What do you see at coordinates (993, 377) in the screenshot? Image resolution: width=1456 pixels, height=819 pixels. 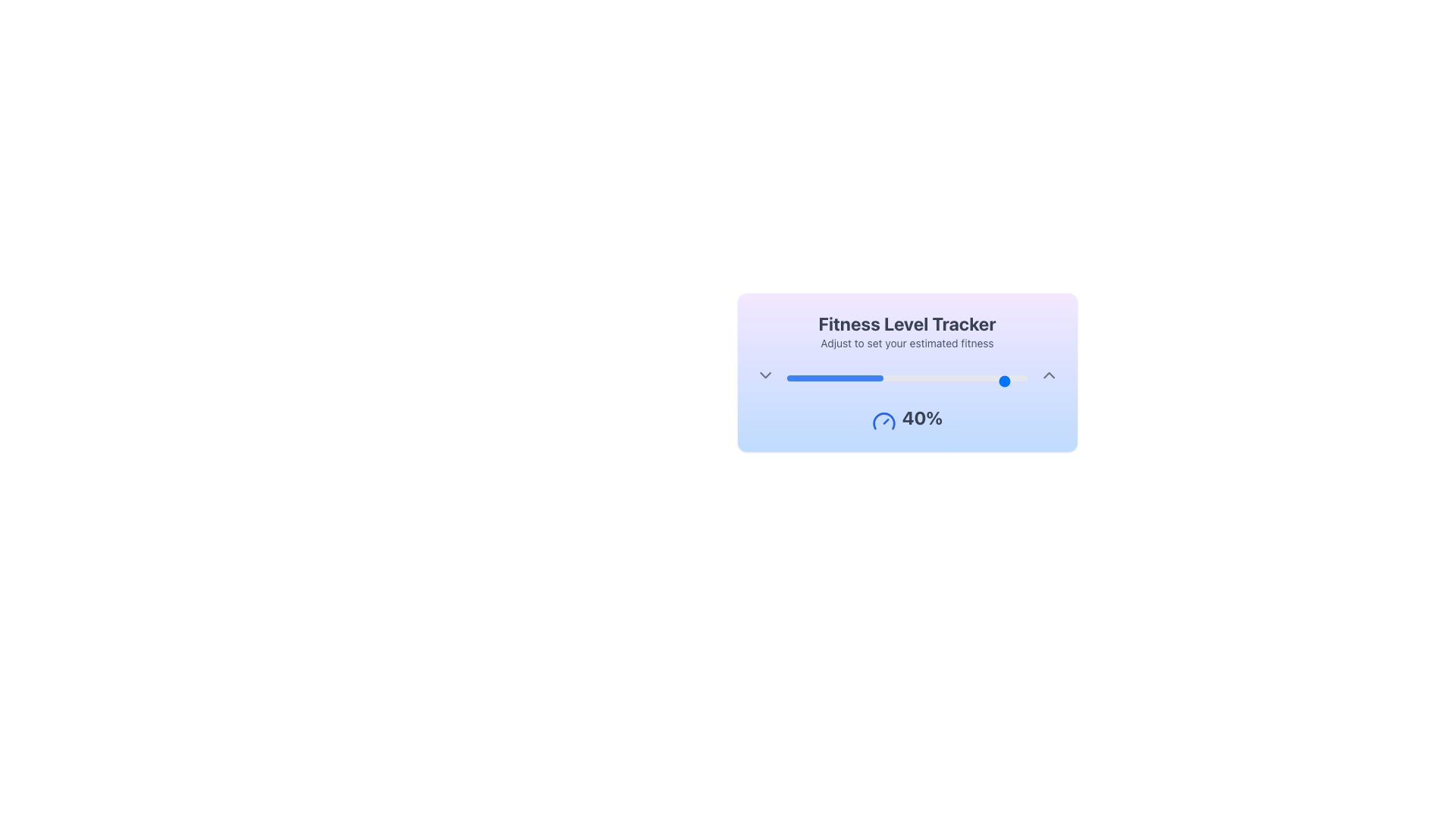 I see `the fitness level` at bounding box center [993, 377].